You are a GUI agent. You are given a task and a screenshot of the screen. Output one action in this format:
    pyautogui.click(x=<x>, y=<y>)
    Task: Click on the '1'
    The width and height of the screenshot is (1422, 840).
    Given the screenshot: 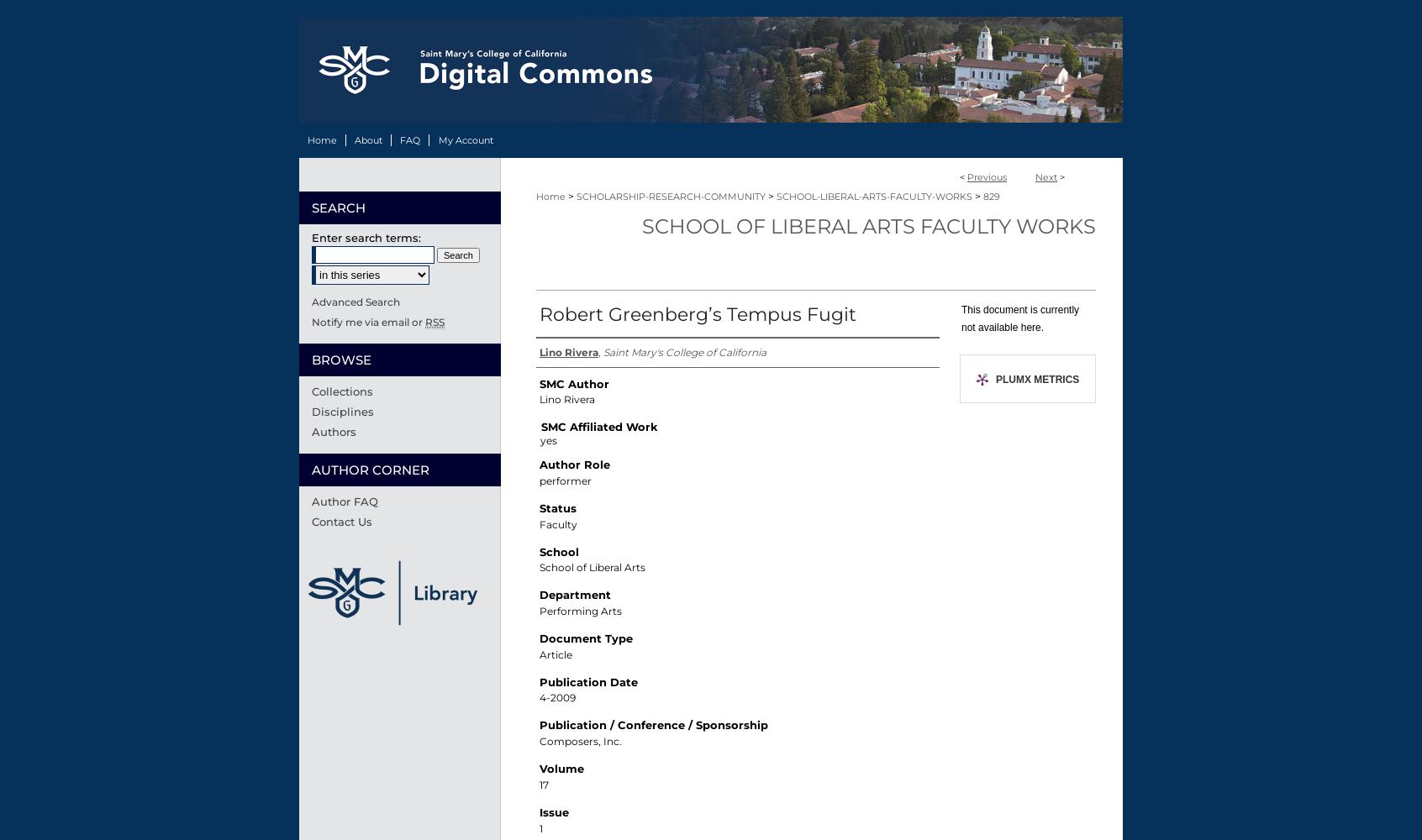 What is the action you would take?
    pyautogui.click(x=540, y=827)
    